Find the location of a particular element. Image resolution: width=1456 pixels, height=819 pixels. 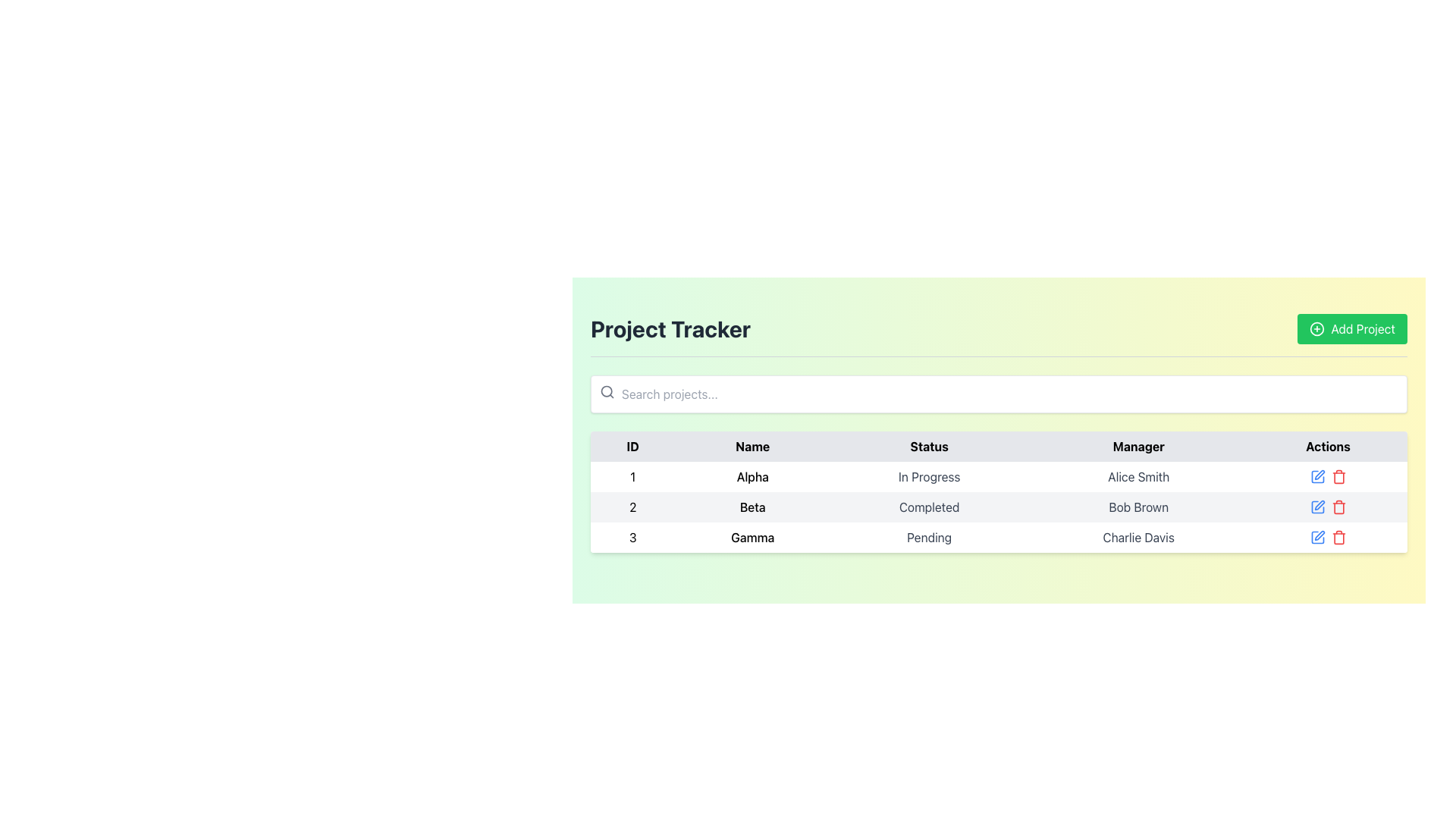

the button located at the top-right corner of the 'Project Tracker' section is located at coordinates (1352, 328).